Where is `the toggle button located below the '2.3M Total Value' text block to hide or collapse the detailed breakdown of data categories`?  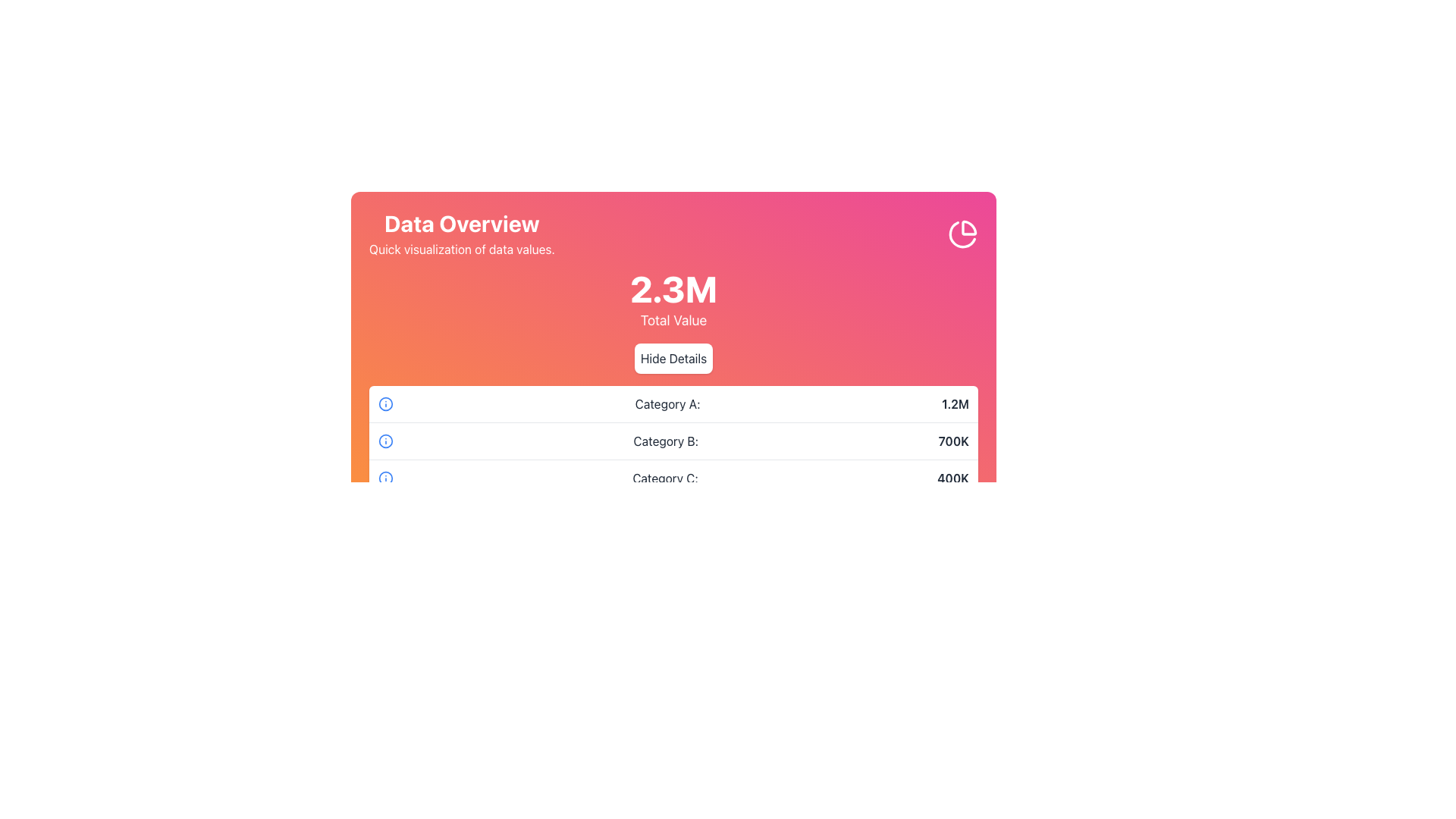
the toggle button located below the '2.3M Total Value' text block to hide or collapse the detailed breakdown of data categories is located at coordinates (673, 353).